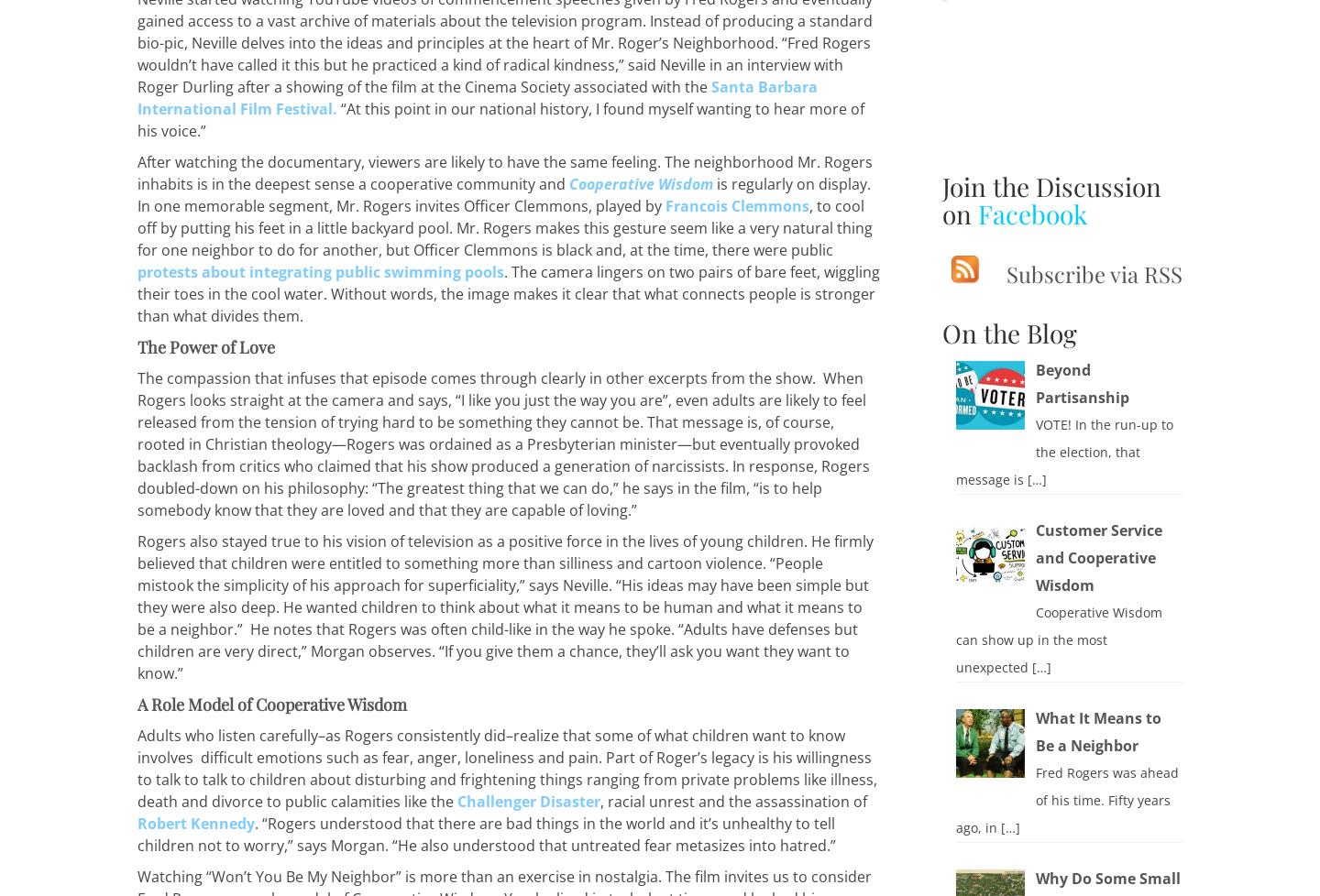 The width and height of the screenshot is (1320, 896). What do you see at coordinates (954, 798) in the screenshot?
I see `'Fred Rogers was ahead of his time. Fifty years ago, in  […]'` at bounding box center [954, 798].